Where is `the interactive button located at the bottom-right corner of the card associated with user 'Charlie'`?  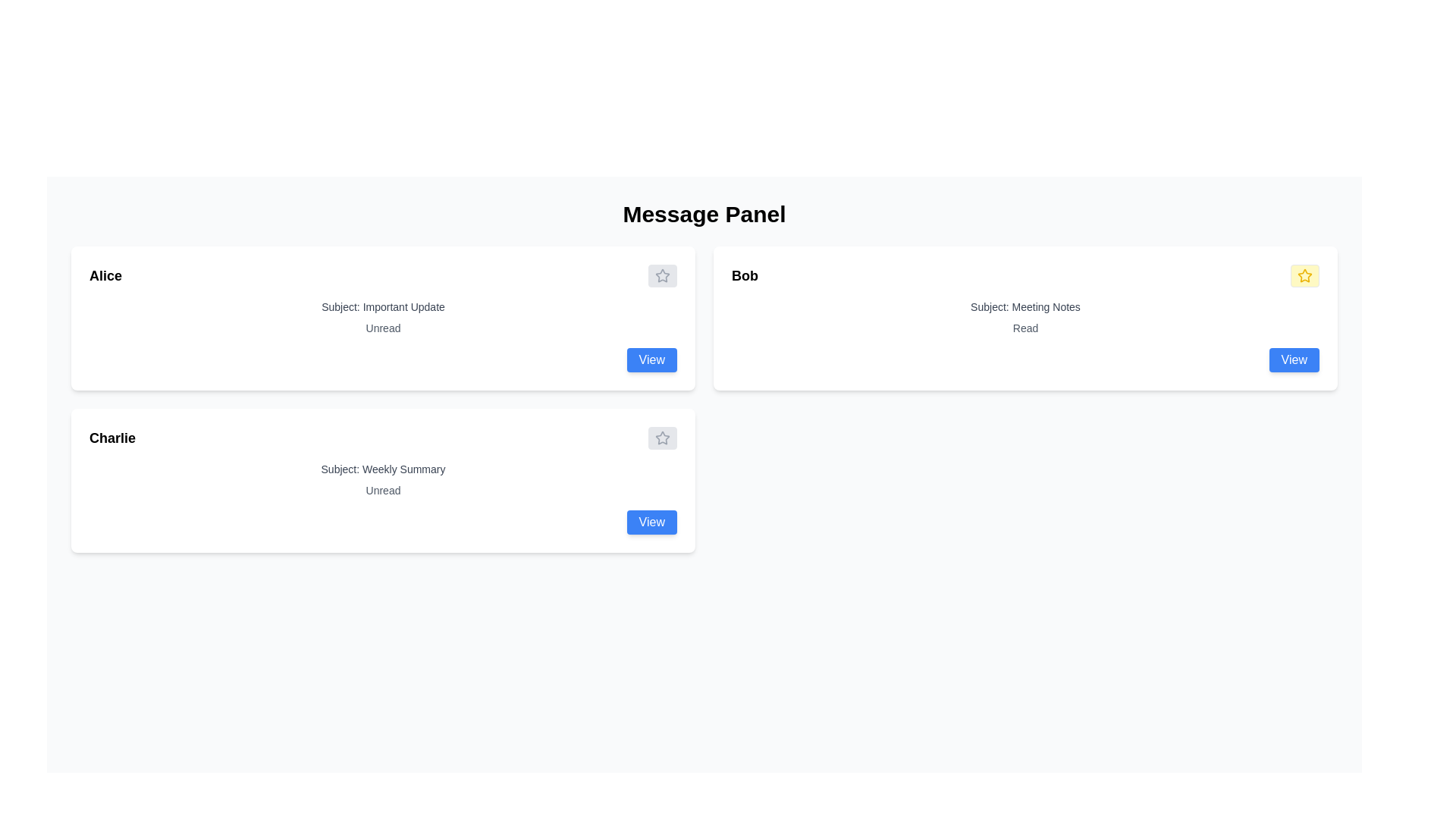 the interactive button located at the bottom-right corner of the card associated with user 'Charlie' is located at coordinates (651, 522).